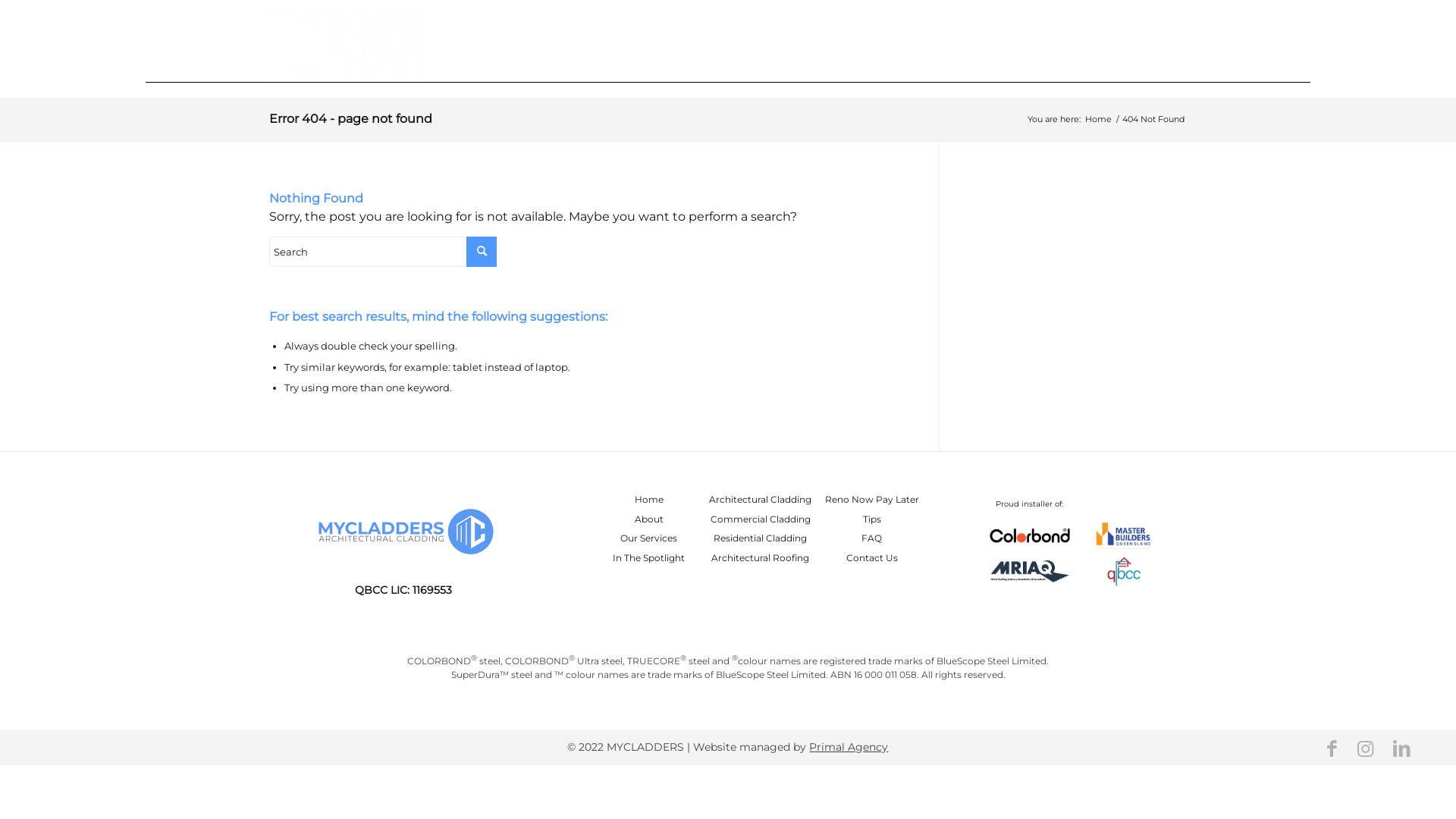 The height and width of the screenshot is (819, 1456). What do you see at coordinates (871, 537) in the screenshot?
I see `'FAQ'` at bounding box center [871, 537].